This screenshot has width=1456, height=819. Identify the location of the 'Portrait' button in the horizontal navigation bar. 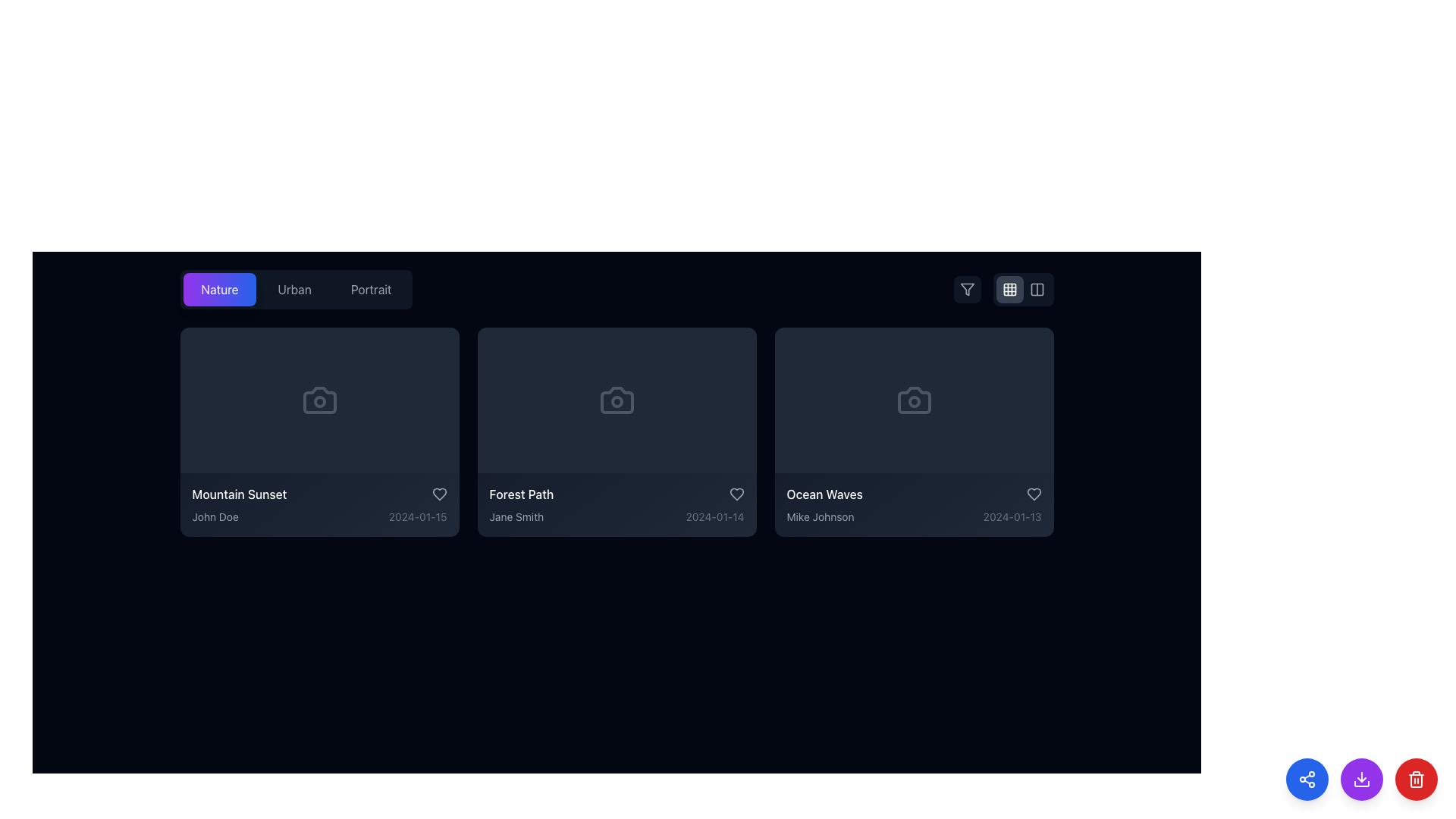
(296, 289).